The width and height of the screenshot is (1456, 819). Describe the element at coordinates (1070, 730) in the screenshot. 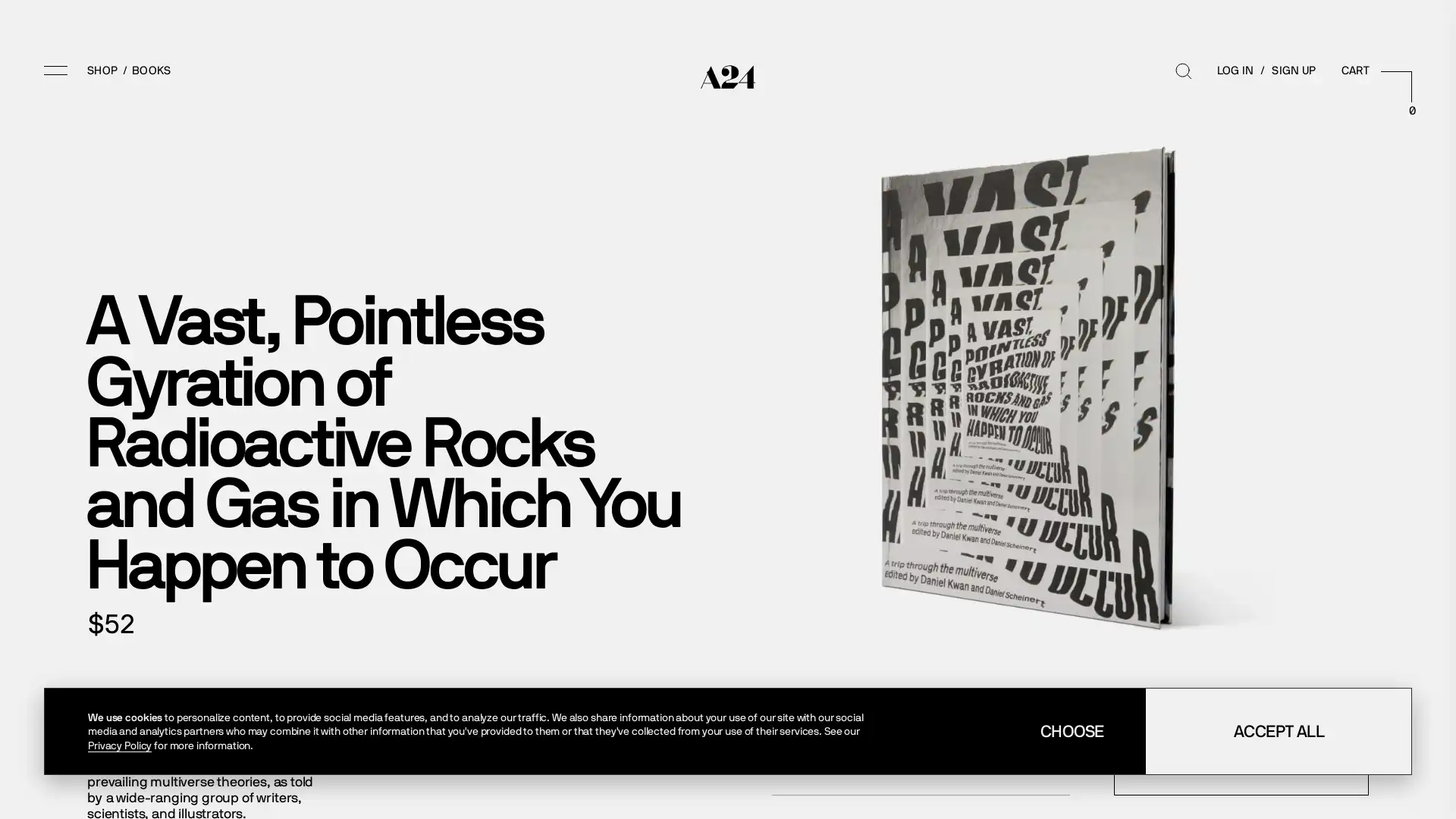

I see `CHOOSE` at that location.